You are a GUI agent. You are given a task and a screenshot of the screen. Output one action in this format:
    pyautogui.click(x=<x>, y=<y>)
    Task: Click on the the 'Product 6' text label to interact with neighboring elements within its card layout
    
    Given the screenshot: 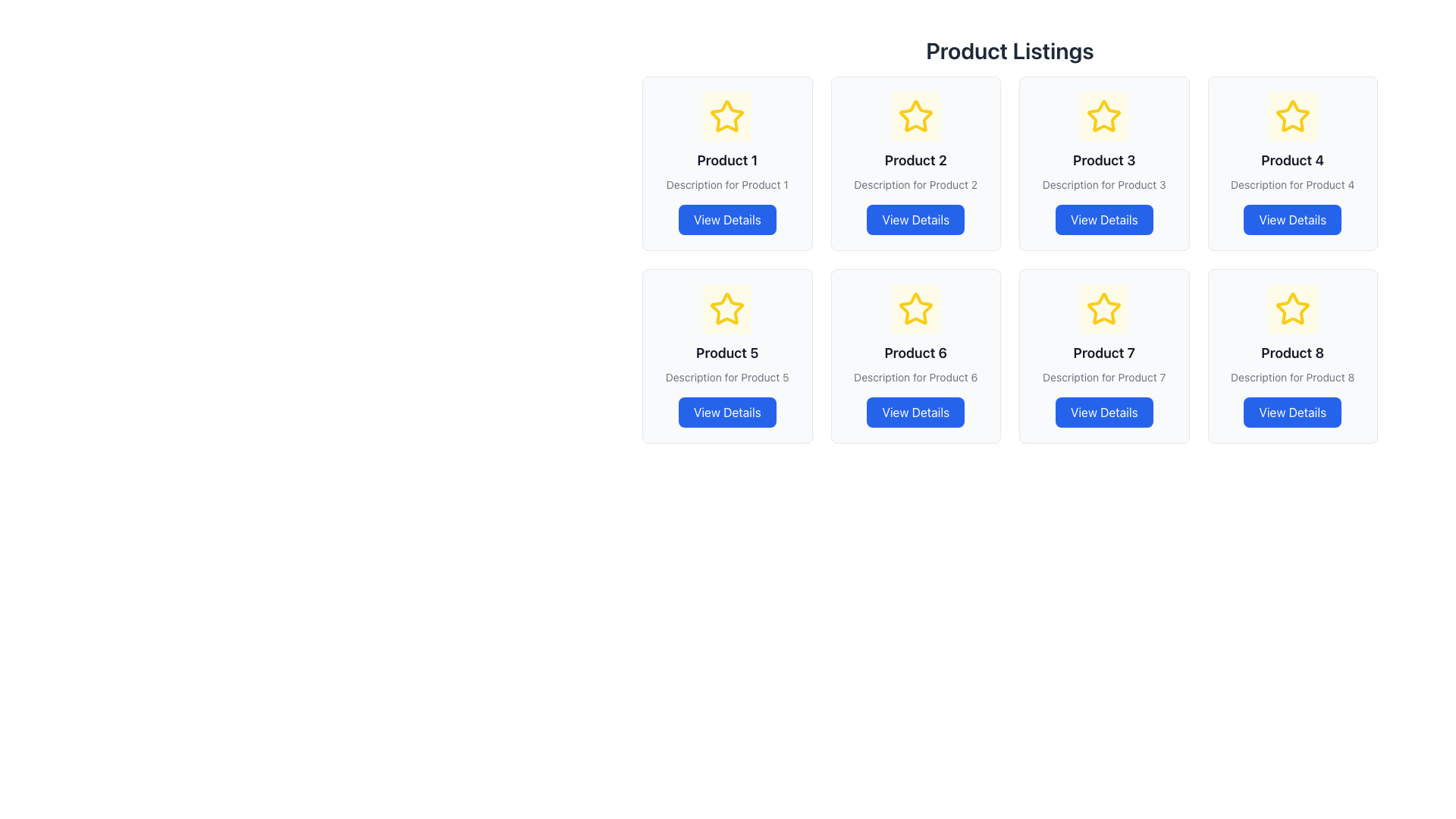 What is the action you would take?
    pyautogui.click(x=915, y=353)
    